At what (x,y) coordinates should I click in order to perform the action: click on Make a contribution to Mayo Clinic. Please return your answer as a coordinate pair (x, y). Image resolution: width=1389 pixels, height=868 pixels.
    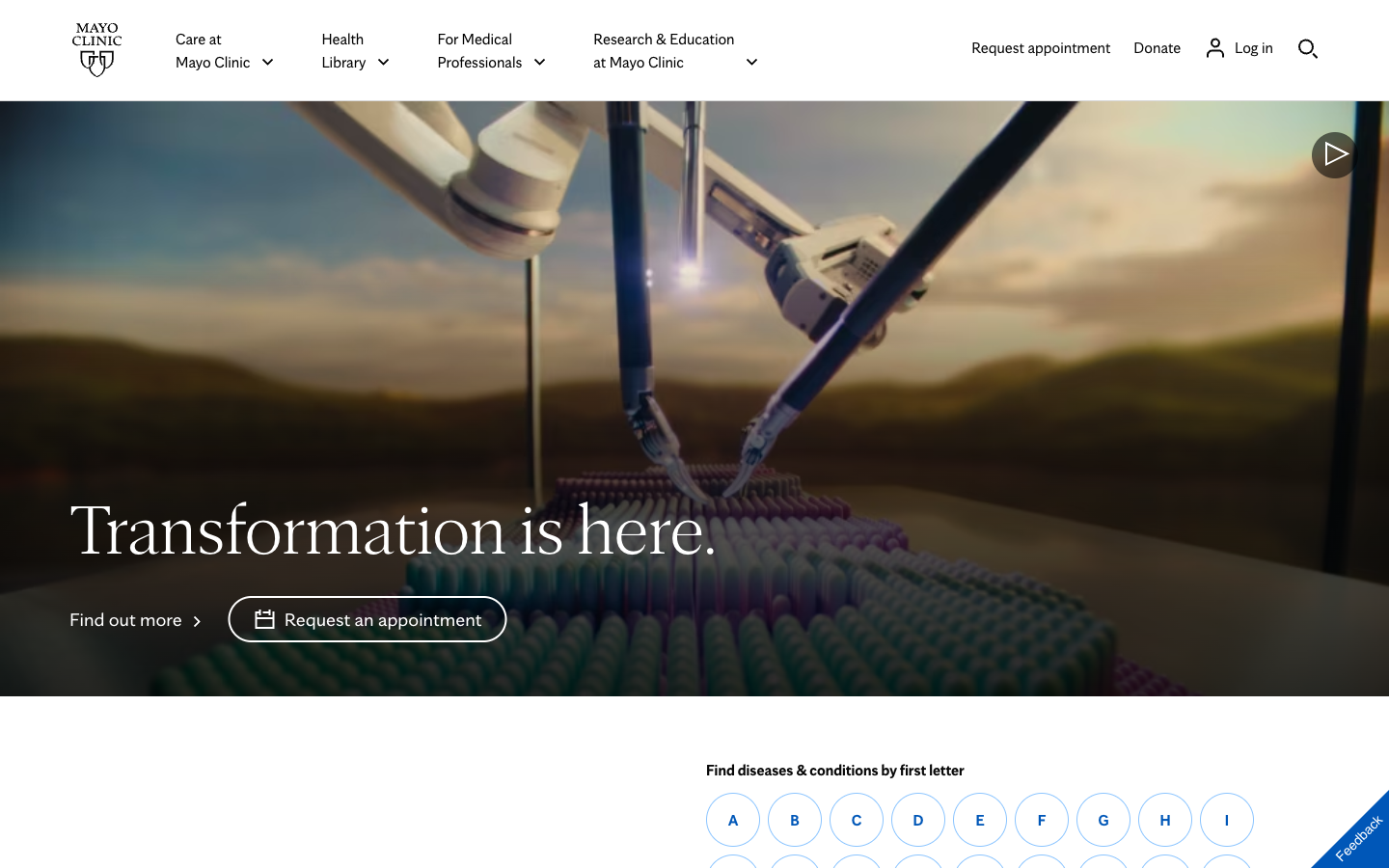
    Looking at the image, I should click on (1157, 45).